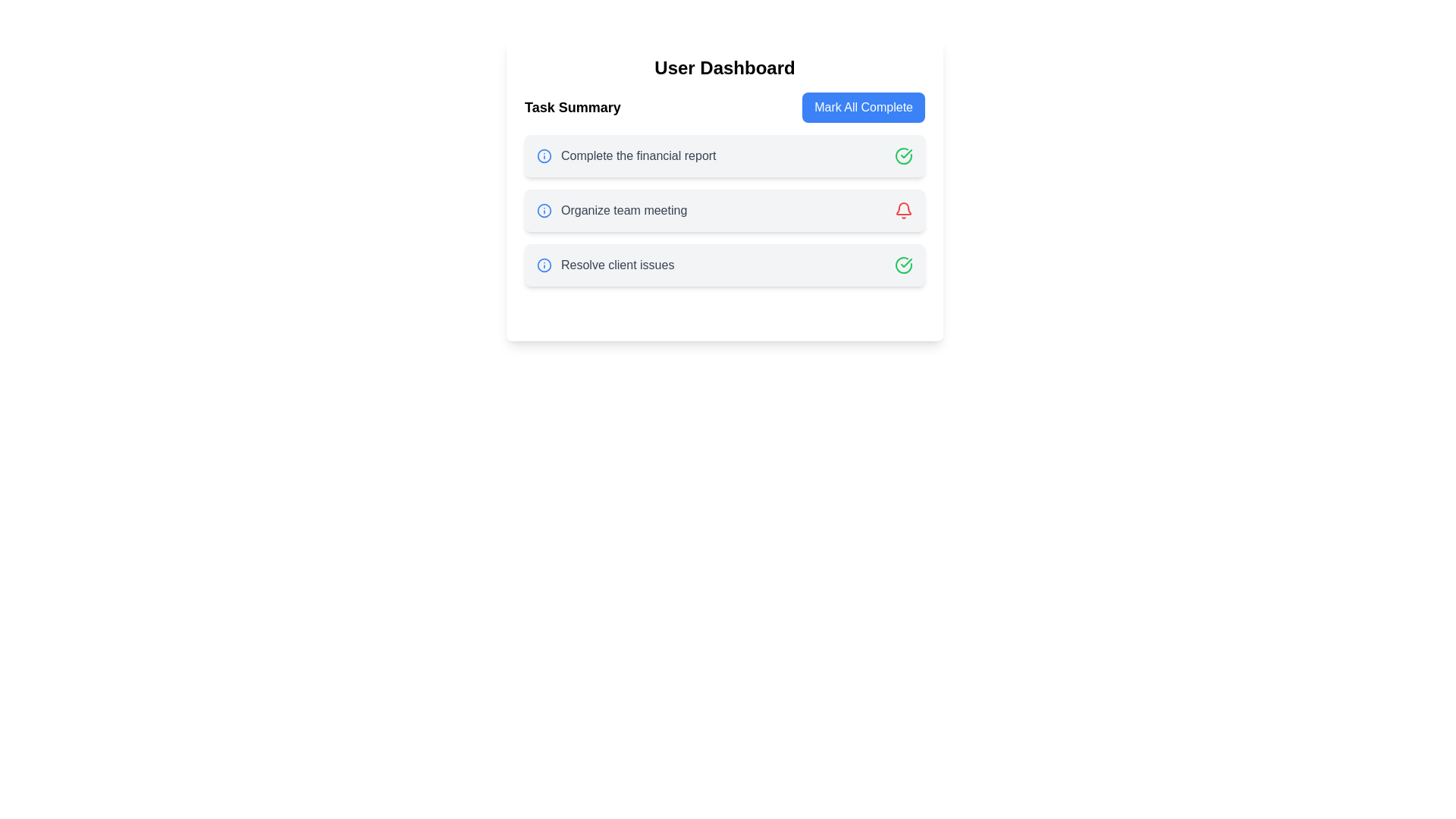 The width and height of the screenshot is (1456, 819). What do you see at coordinates (903, 155) in the screenshot?
I see `the circular icon with a green border and checkmark, indicating a completed status, located at the rightmost position of the task labeled 'Complete the financial report.'` at bounding box center [903, 155].